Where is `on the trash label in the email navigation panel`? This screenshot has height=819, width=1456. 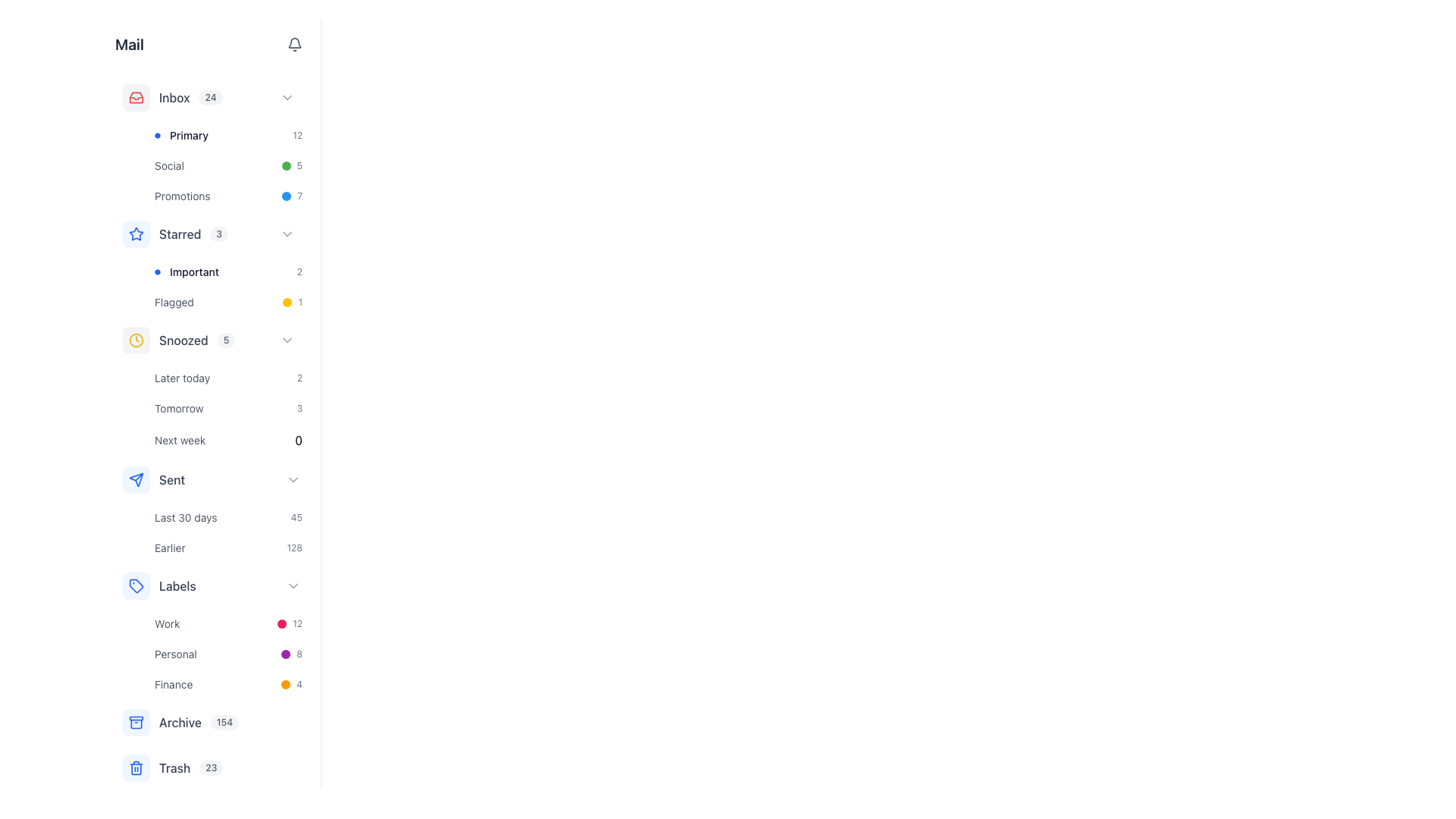
on the trash label in the email navigation panel is located at coordinates (174, 768).